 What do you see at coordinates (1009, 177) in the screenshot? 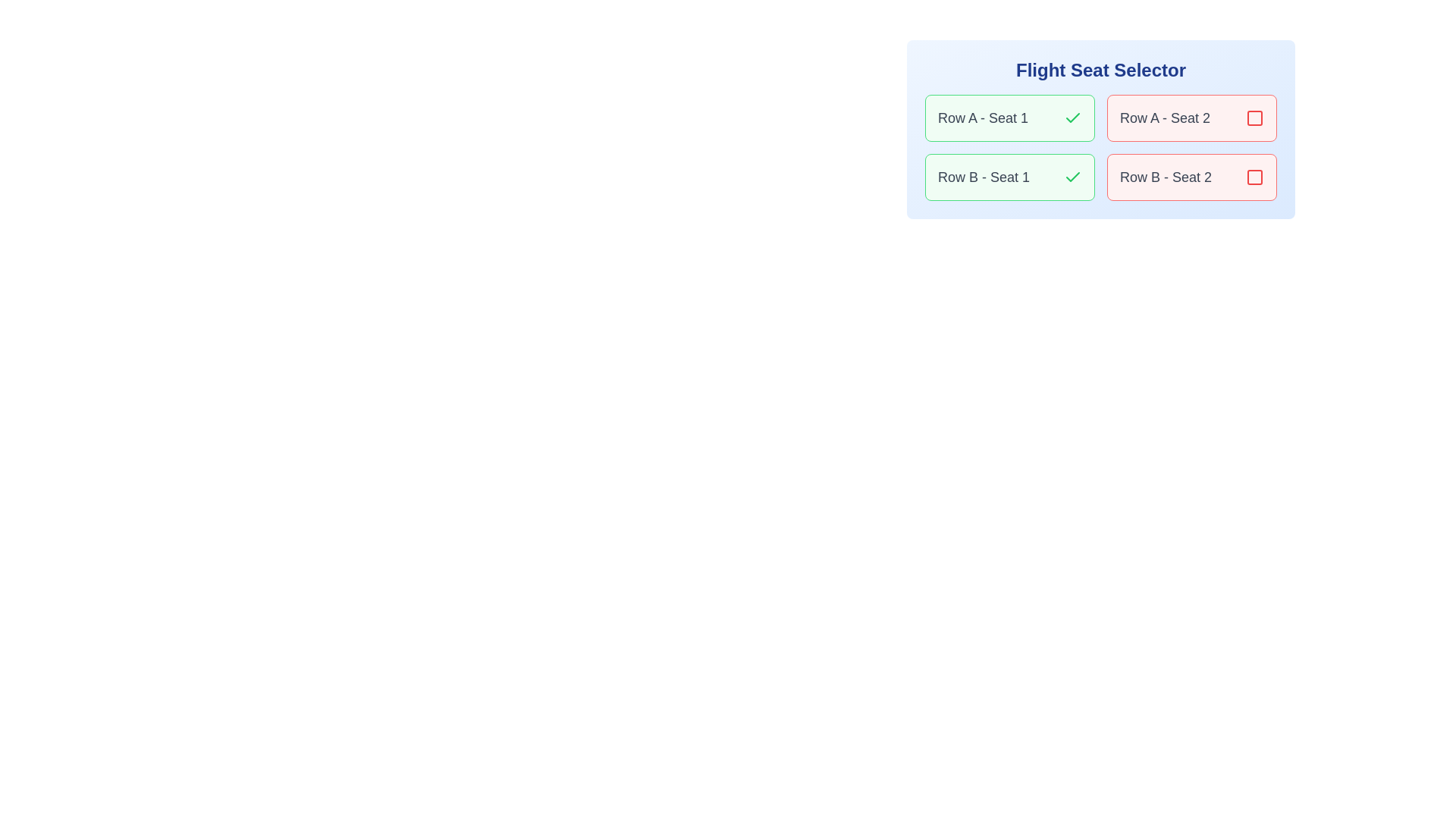
I see `the selected seat option button in the Flight Seat Selector grid, which indicates the availability and status of the seat and is visually styled` at bounding box center [1009, 177].